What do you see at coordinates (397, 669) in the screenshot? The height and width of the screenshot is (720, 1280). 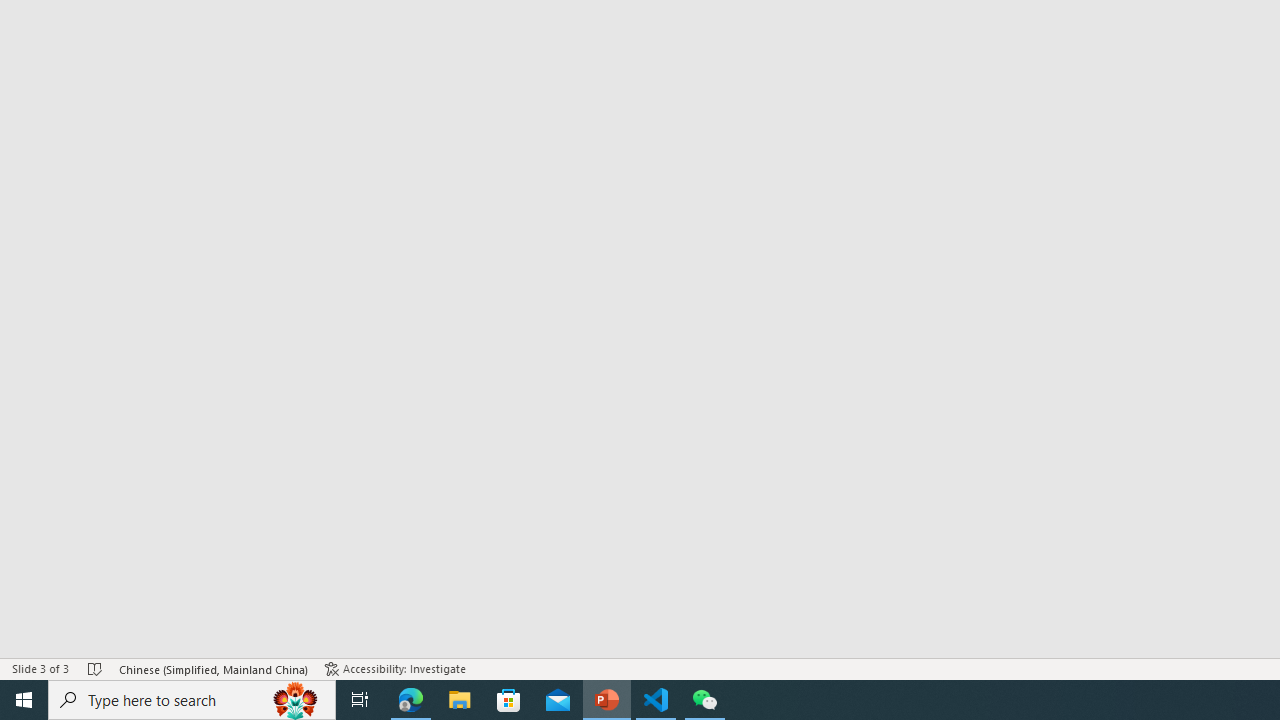 I see `'Accessibility Checker Accessibility: Investigate'` at bounding box center [397, 669].